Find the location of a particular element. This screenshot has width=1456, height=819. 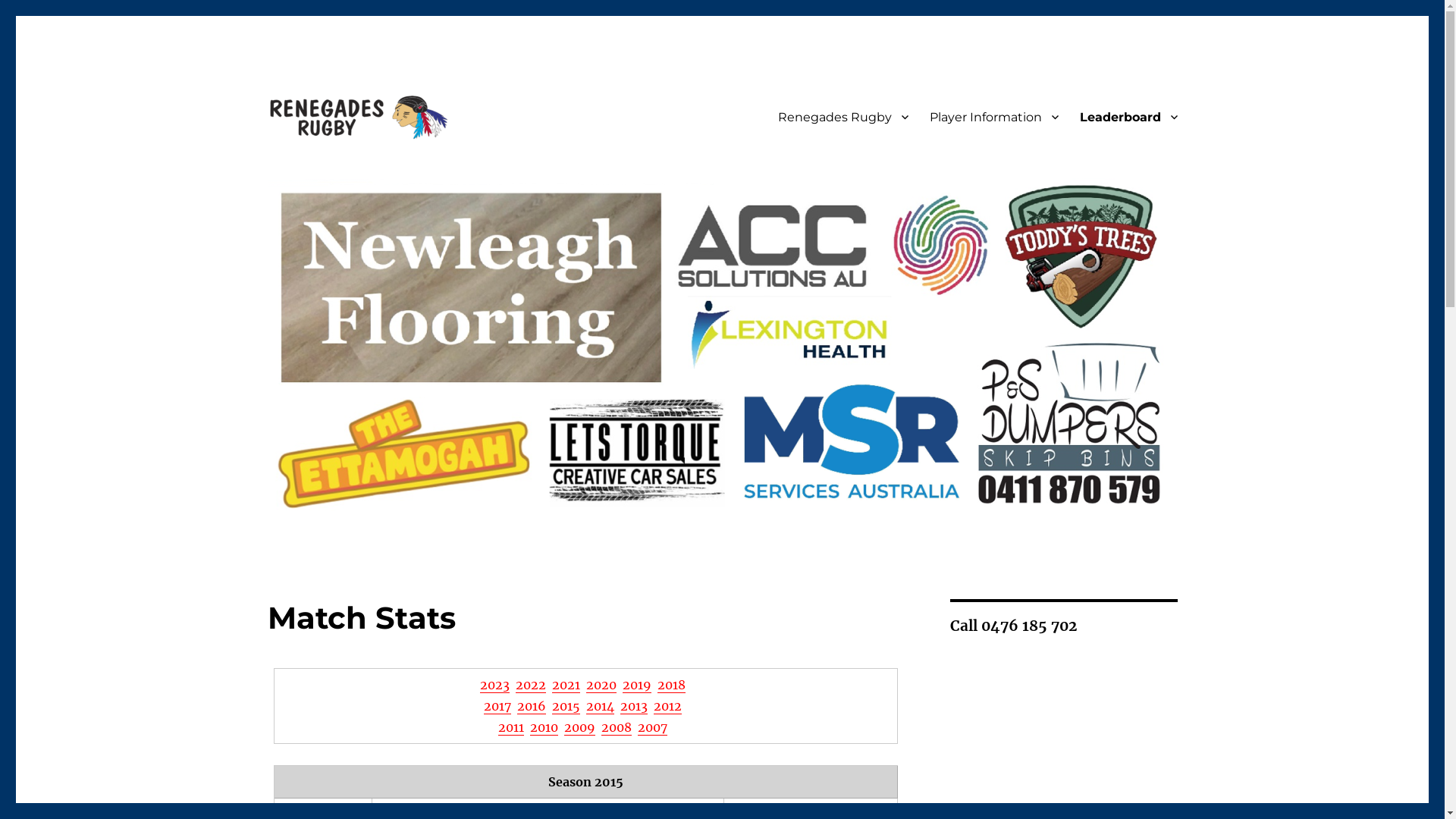

'2007' is located at coordinates (652, 726).